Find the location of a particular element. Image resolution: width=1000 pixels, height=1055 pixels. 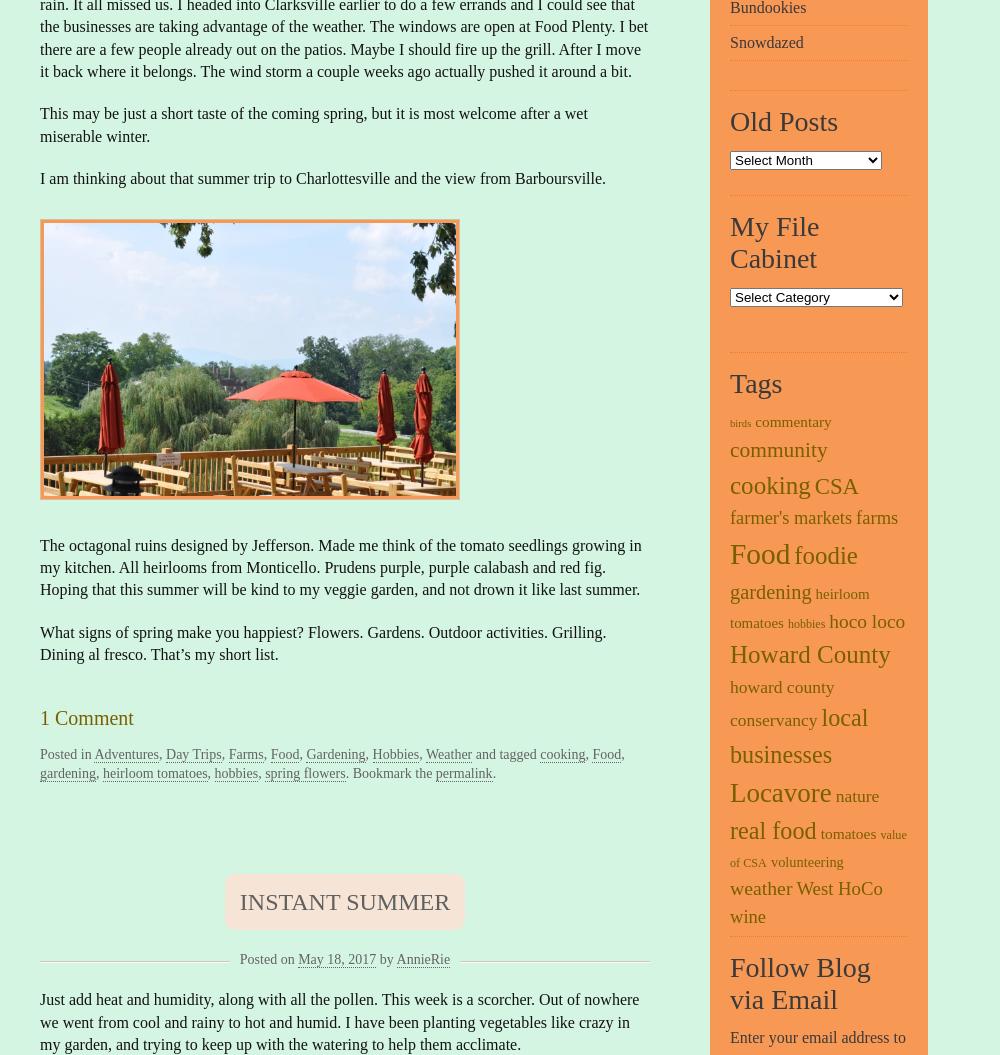

'Weather' is located at coordinates (447, 753).